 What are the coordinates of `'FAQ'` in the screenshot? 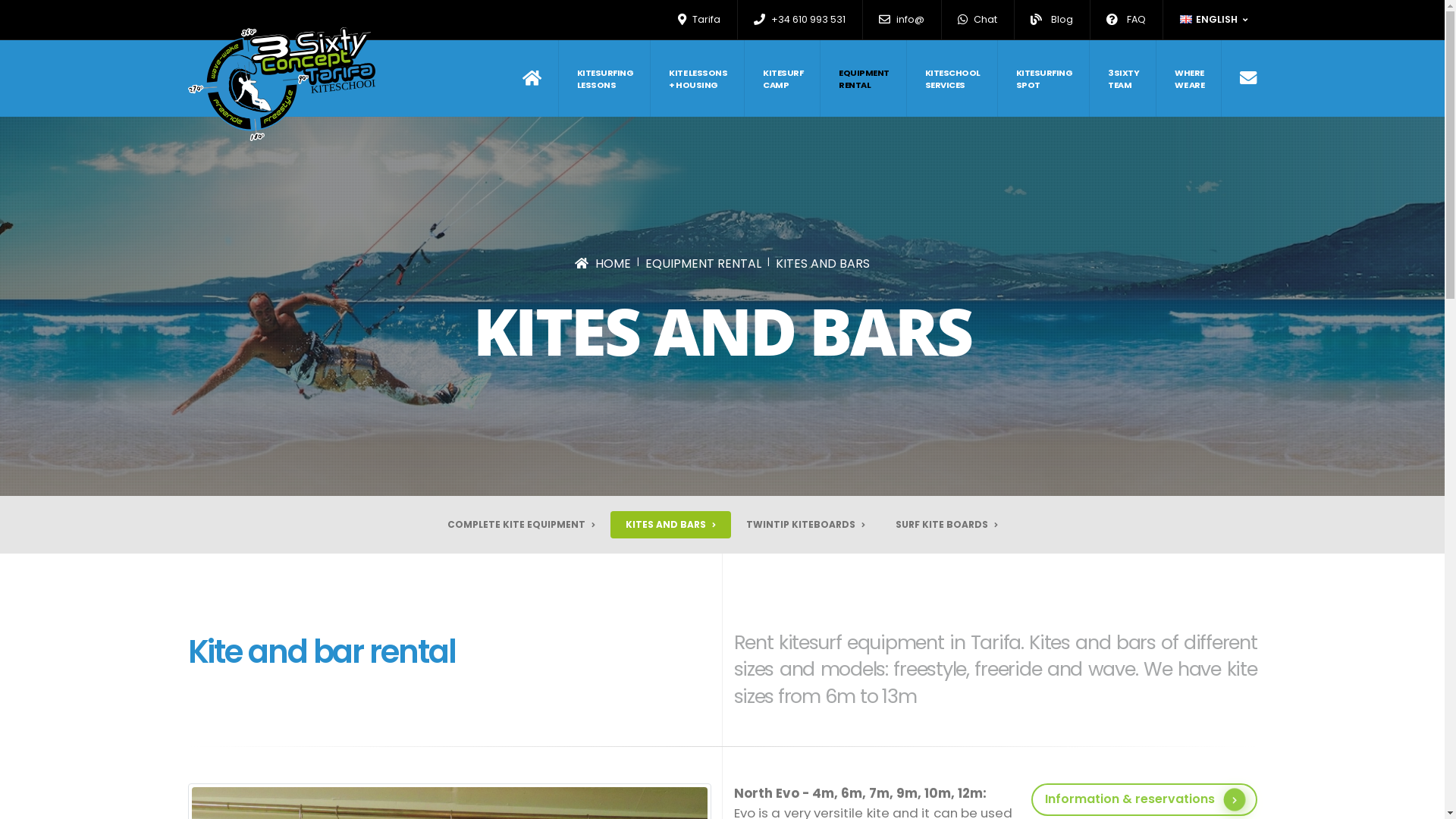 It's located at (1099, 20).